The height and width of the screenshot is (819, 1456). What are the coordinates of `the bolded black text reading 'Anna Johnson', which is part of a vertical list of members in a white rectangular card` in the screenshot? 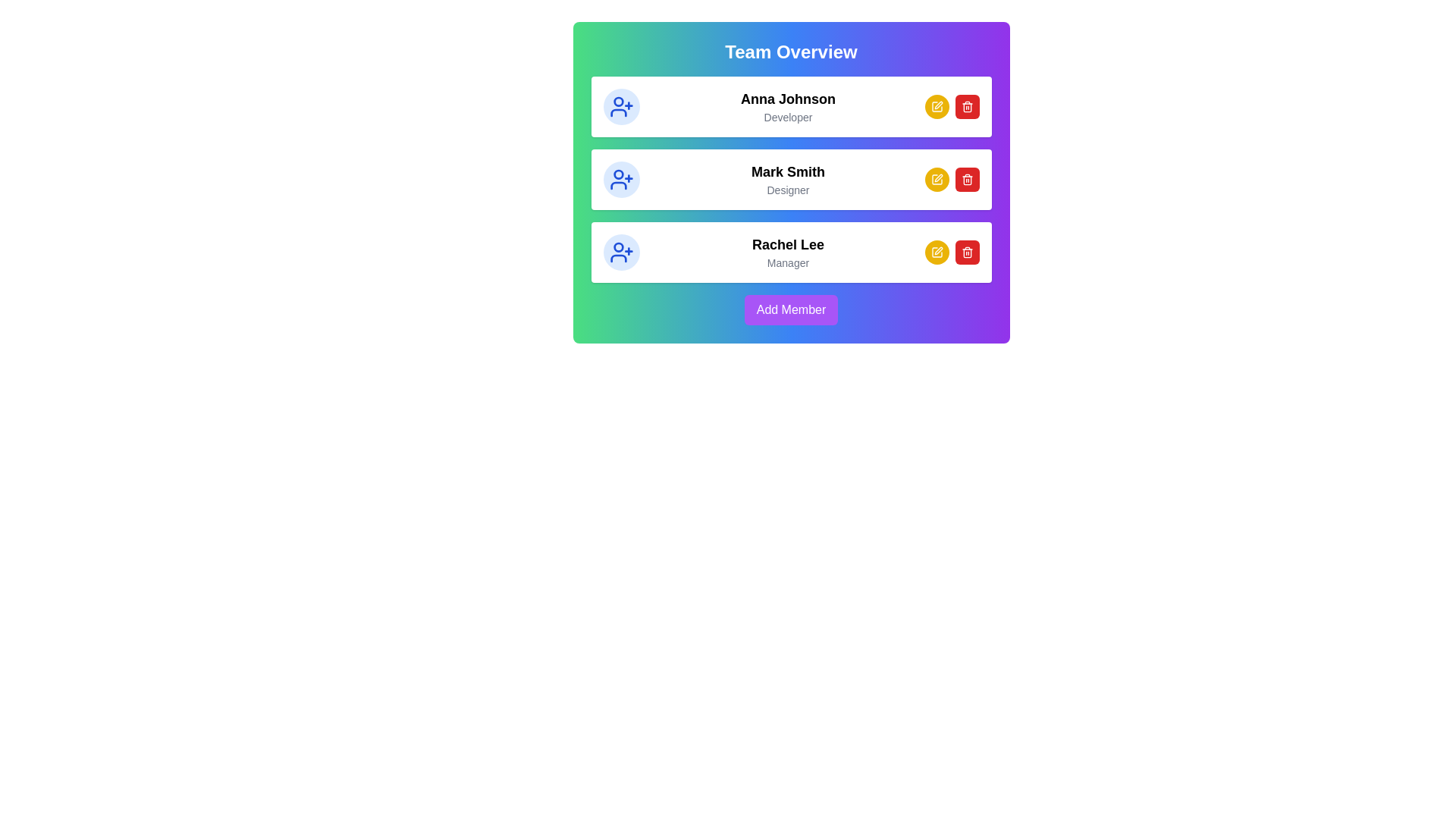 It's located at (788, 99).